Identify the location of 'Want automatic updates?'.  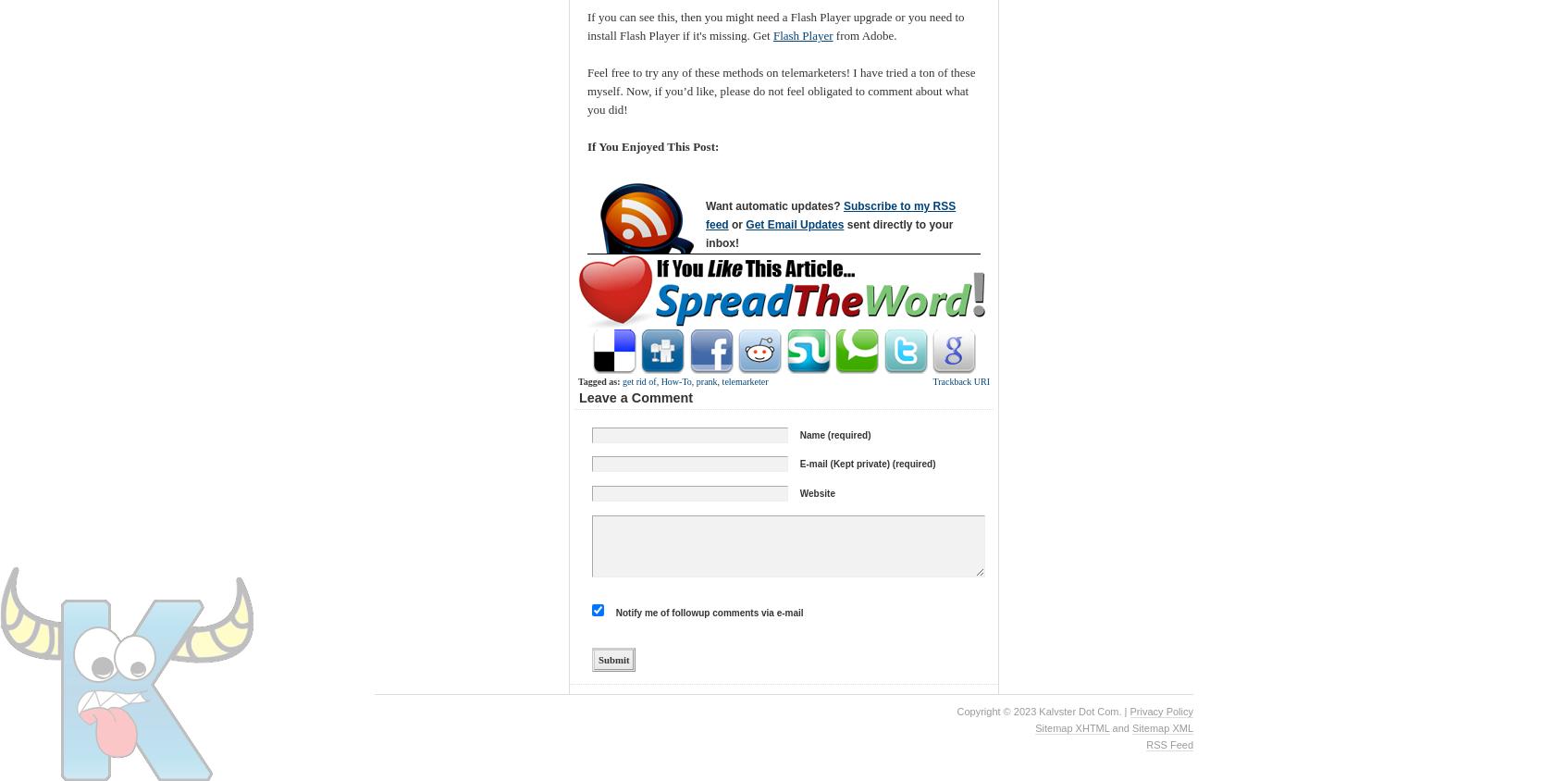
(773, 204).